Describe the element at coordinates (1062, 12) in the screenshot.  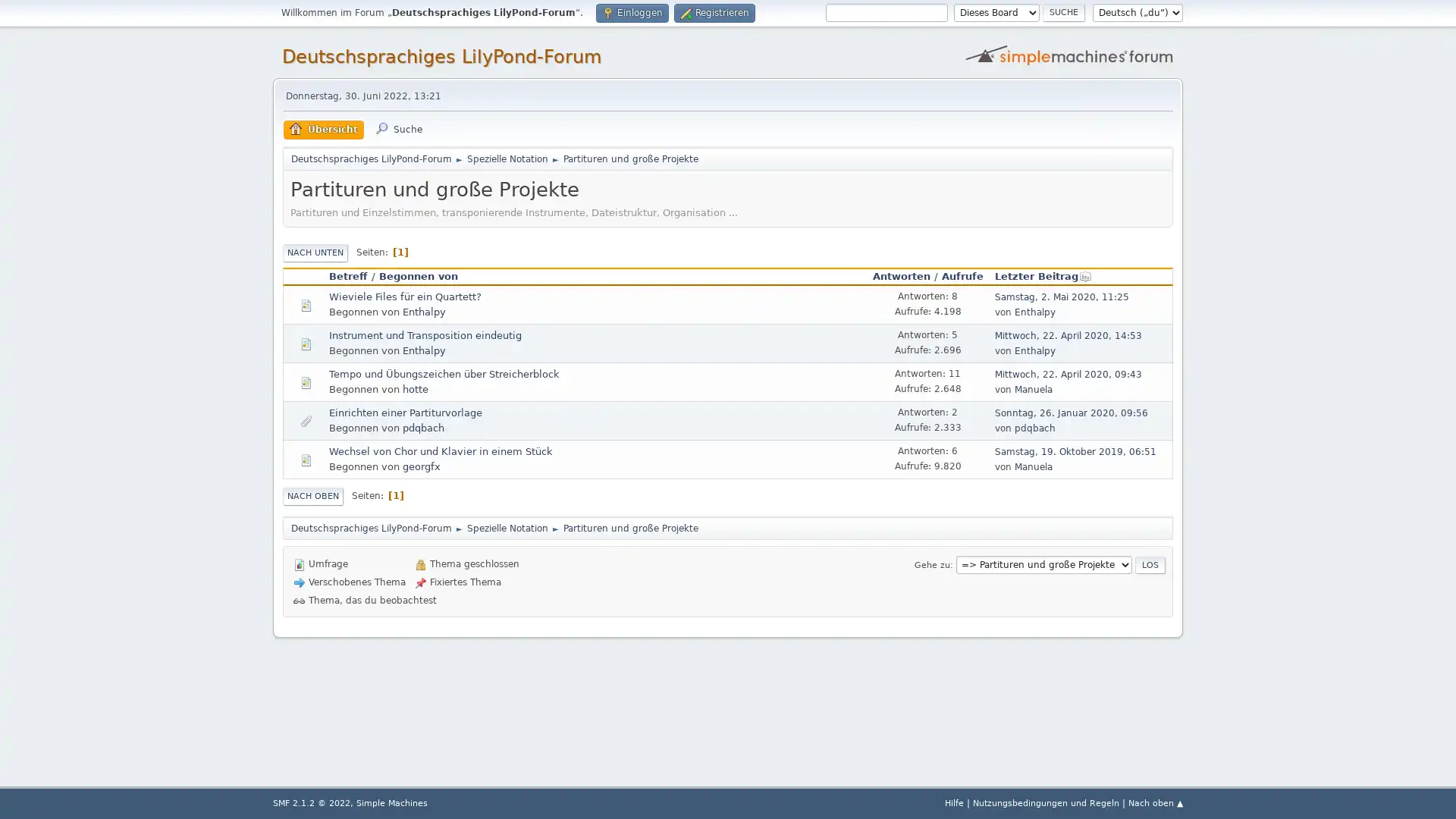
I see `Suche` at that location.